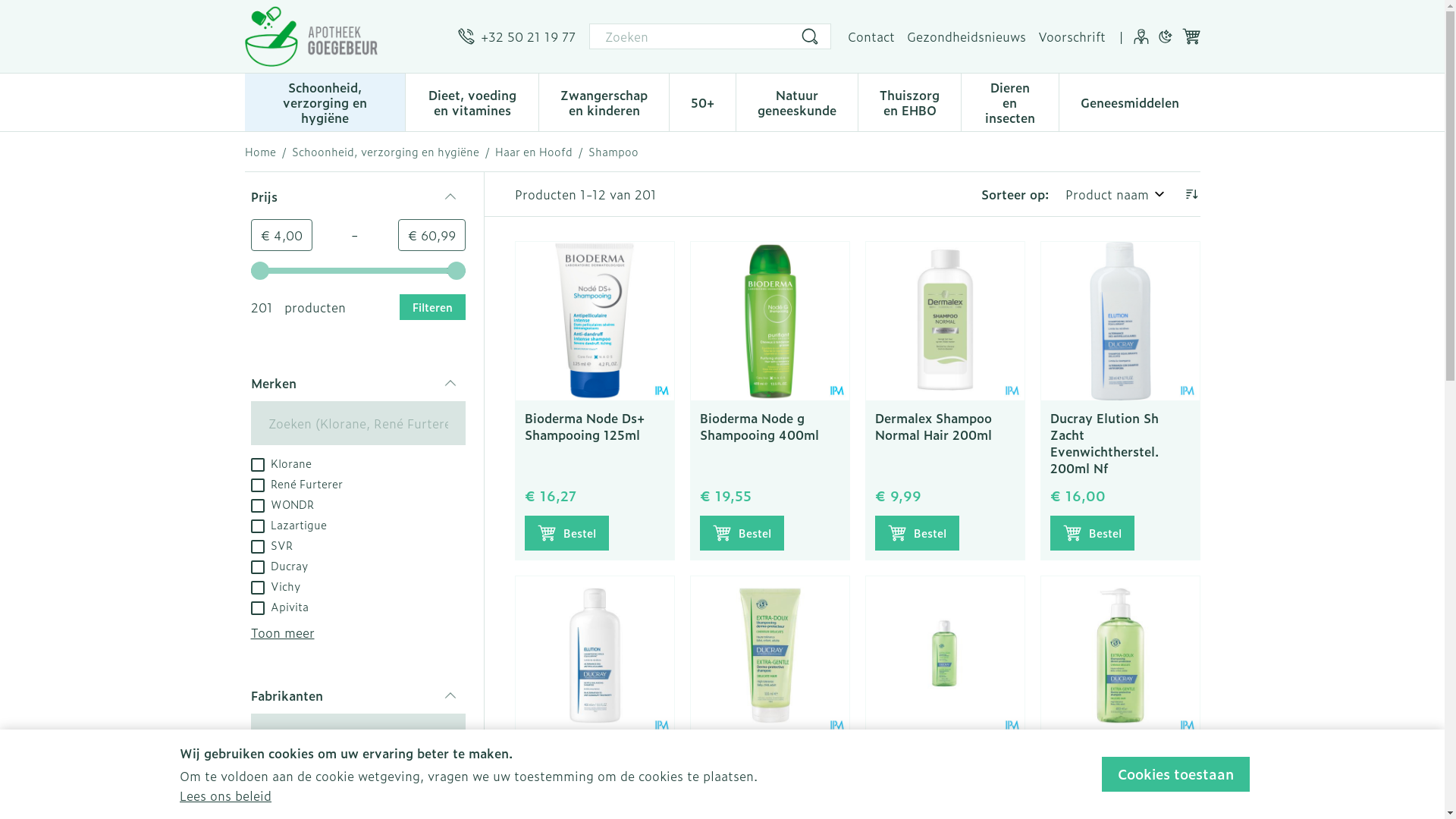 The image size is (1456, 819). What do you see at coordinates (1189, 35) in the screenshot?
I see `'Winkelwagen'` at bounding box center [1189, 35].